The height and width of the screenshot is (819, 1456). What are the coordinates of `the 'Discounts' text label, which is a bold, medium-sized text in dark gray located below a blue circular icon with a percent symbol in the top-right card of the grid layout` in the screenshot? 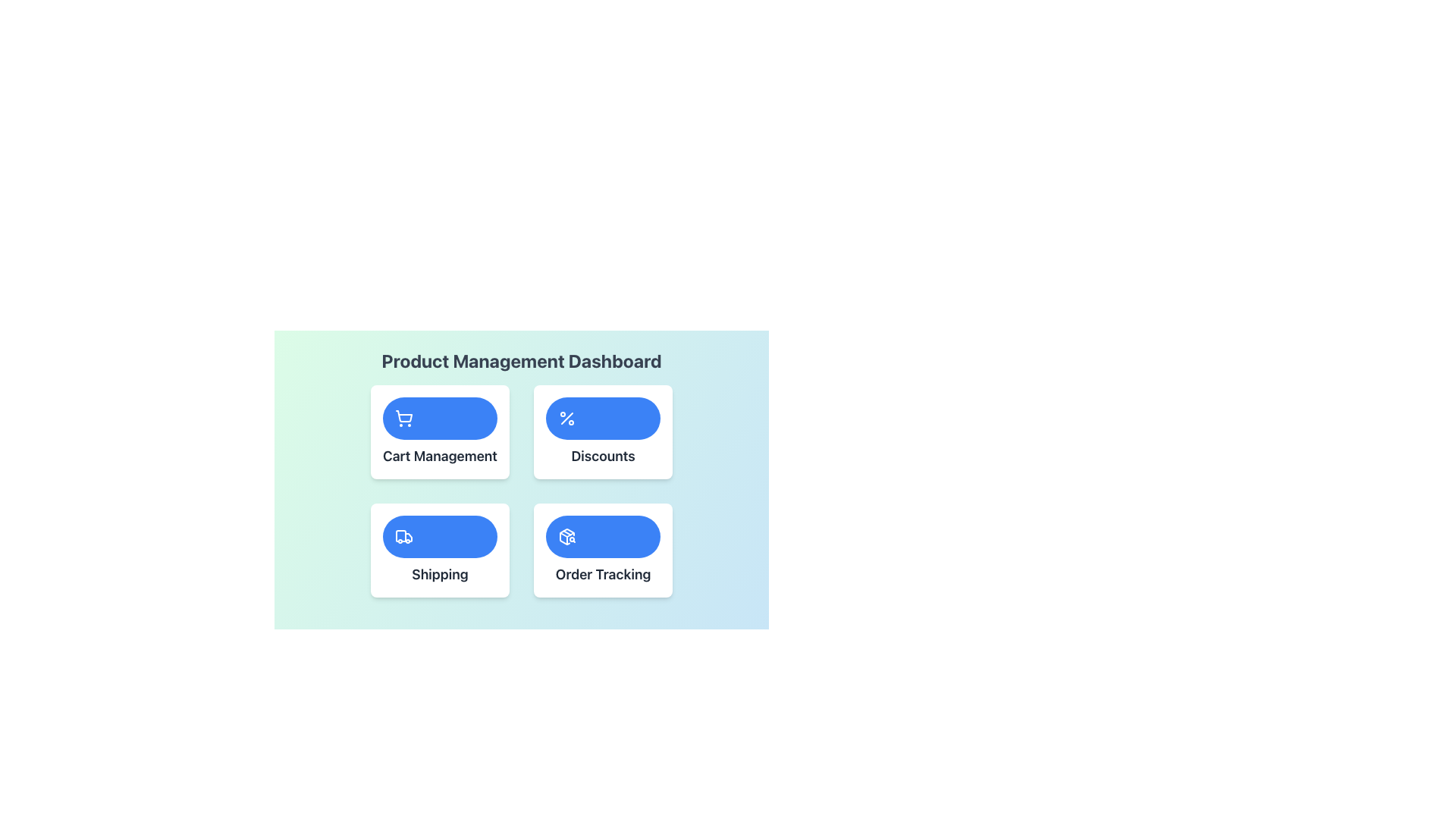 It's located at (602, 455).